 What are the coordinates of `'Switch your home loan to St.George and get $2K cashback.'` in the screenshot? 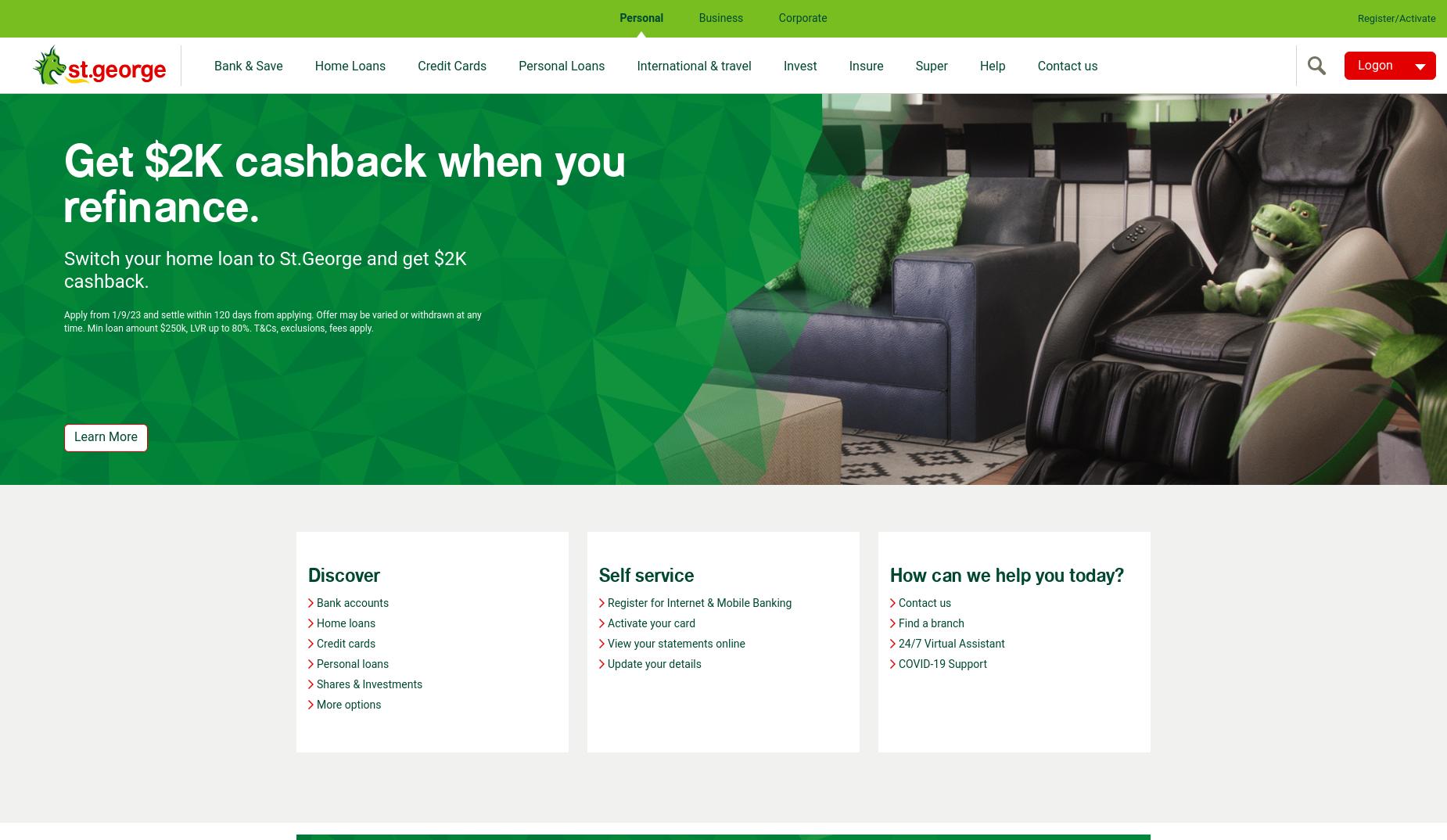 It's located at (264, 268).